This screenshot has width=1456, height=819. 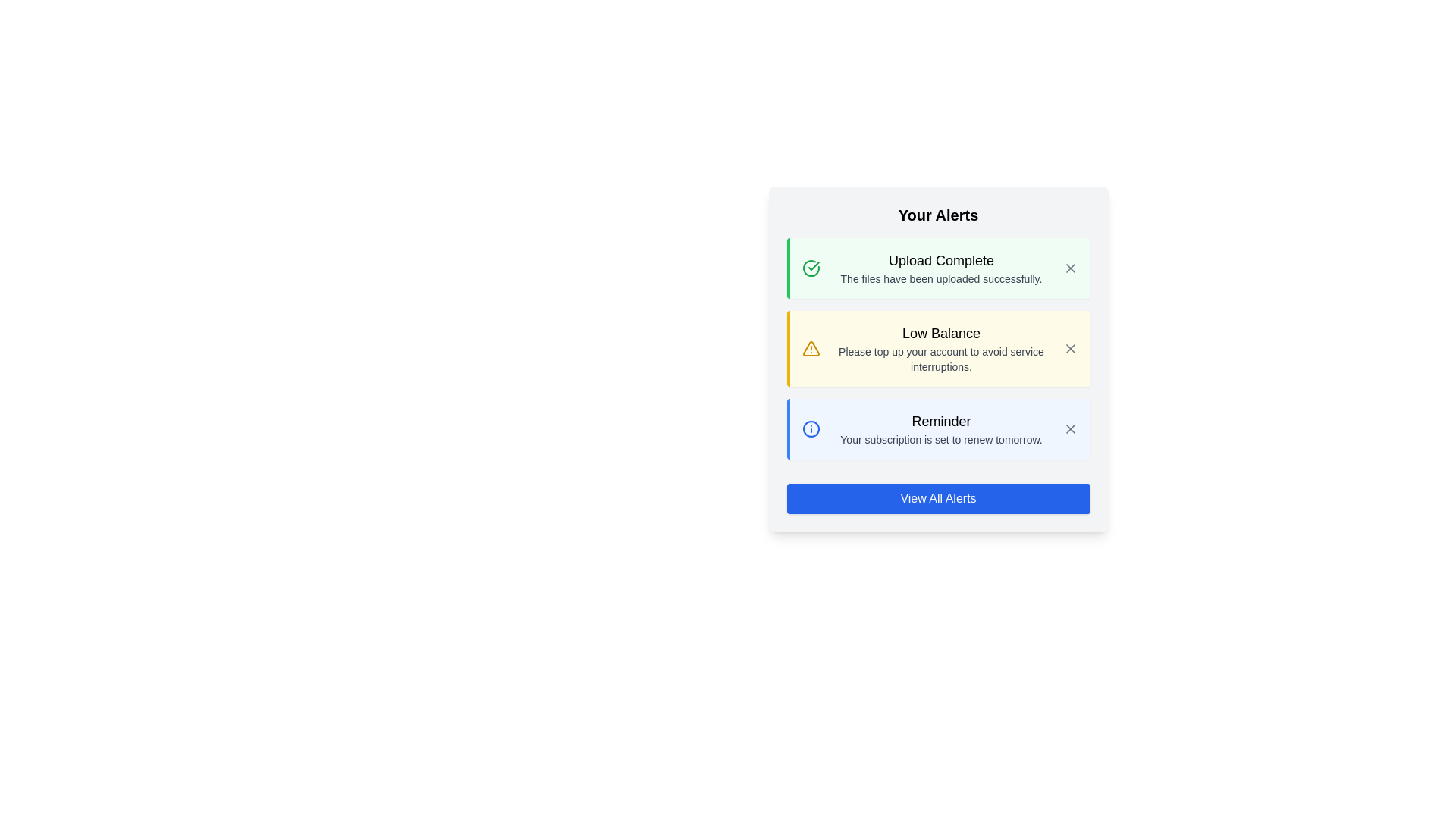 What do you see at coordinates (940, 429) in the screenshot?
I see `the text block that includes the heading 'Reminder' and the subtext 'Your subscription is set to renew tomorrow.' to potentially reveal tooltips` at bounding box center [940, 429].